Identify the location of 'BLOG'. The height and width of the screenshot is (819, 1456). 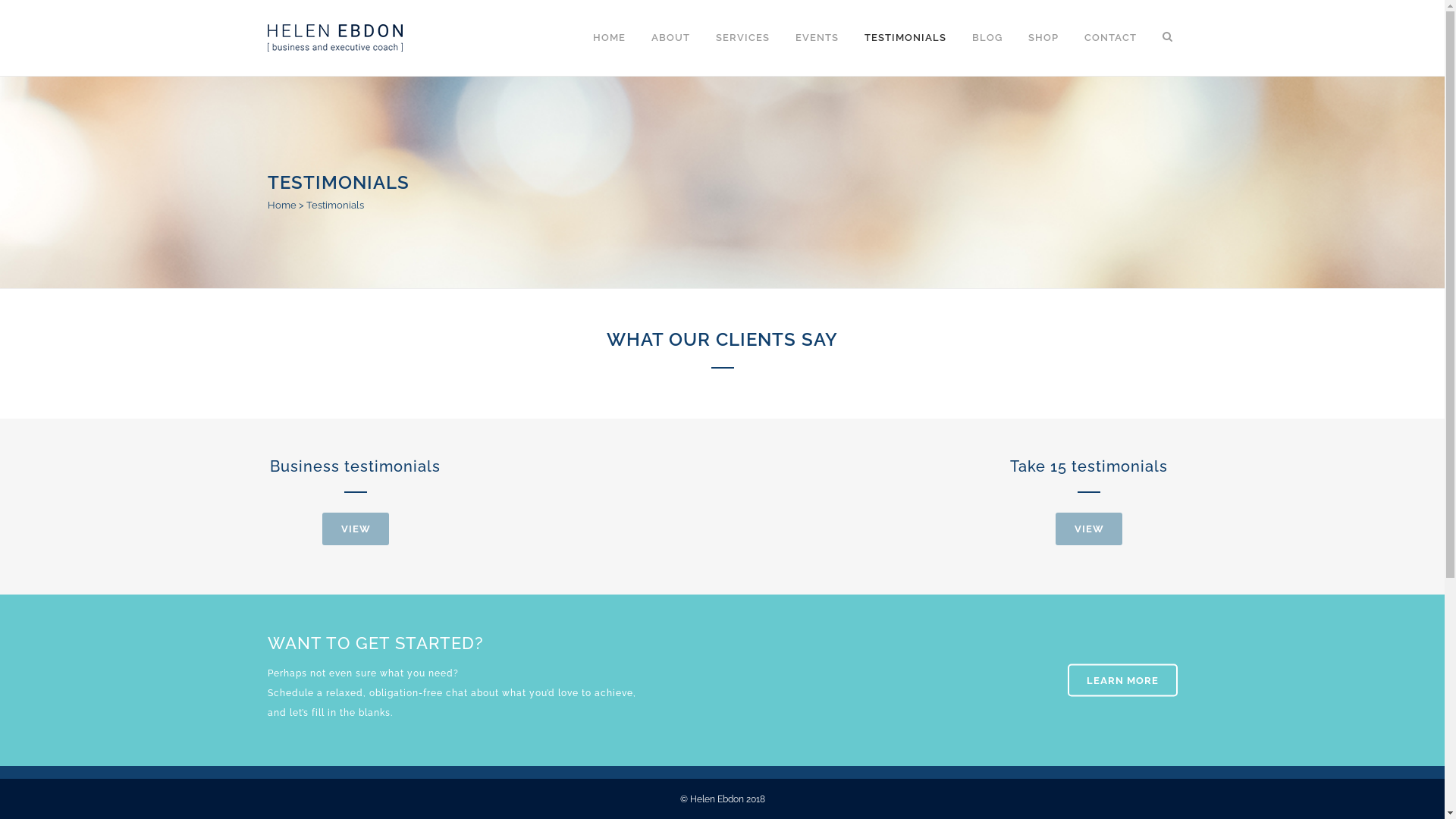
(986, 37).